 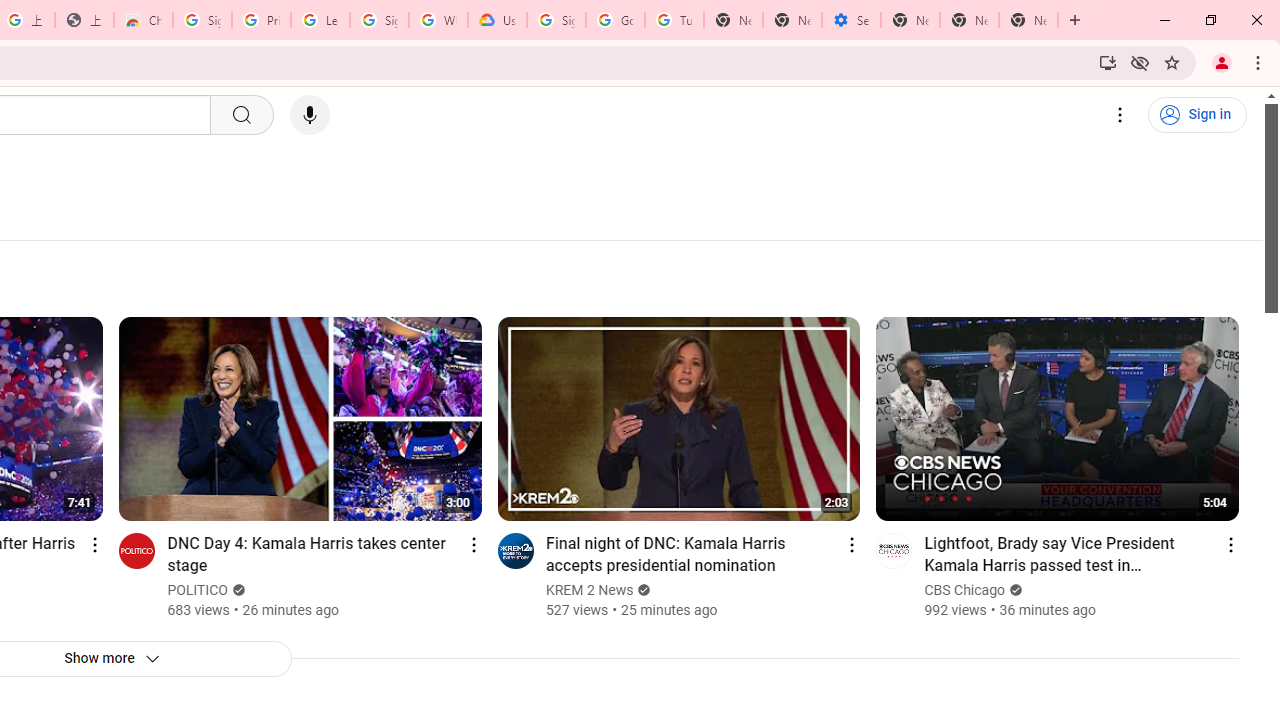 What do you see at coordinates (240, 115) in the screenshot?
I see `'Search'` at bounding box center [240, 115].